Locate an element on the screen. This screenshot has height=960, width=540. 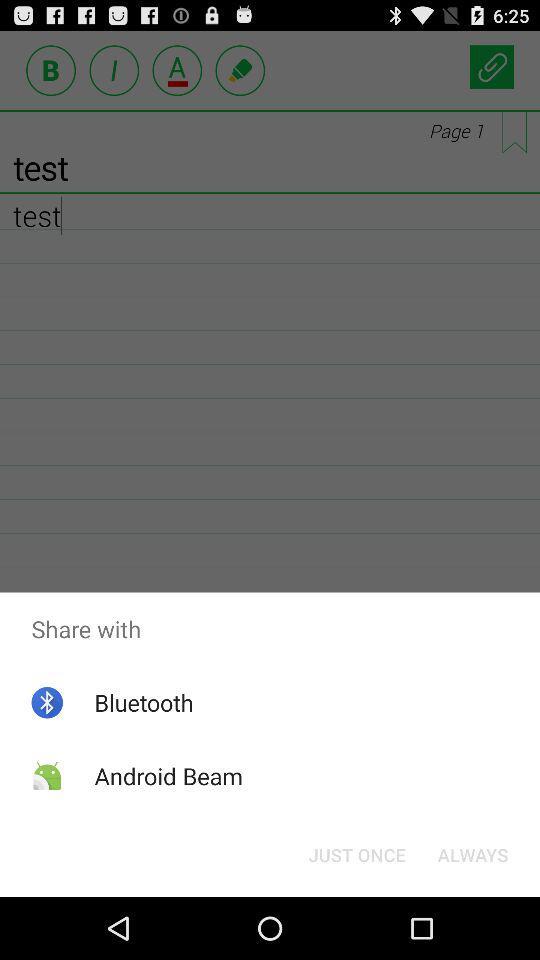
button to the right of just once item is located at coordinates (472, 853).